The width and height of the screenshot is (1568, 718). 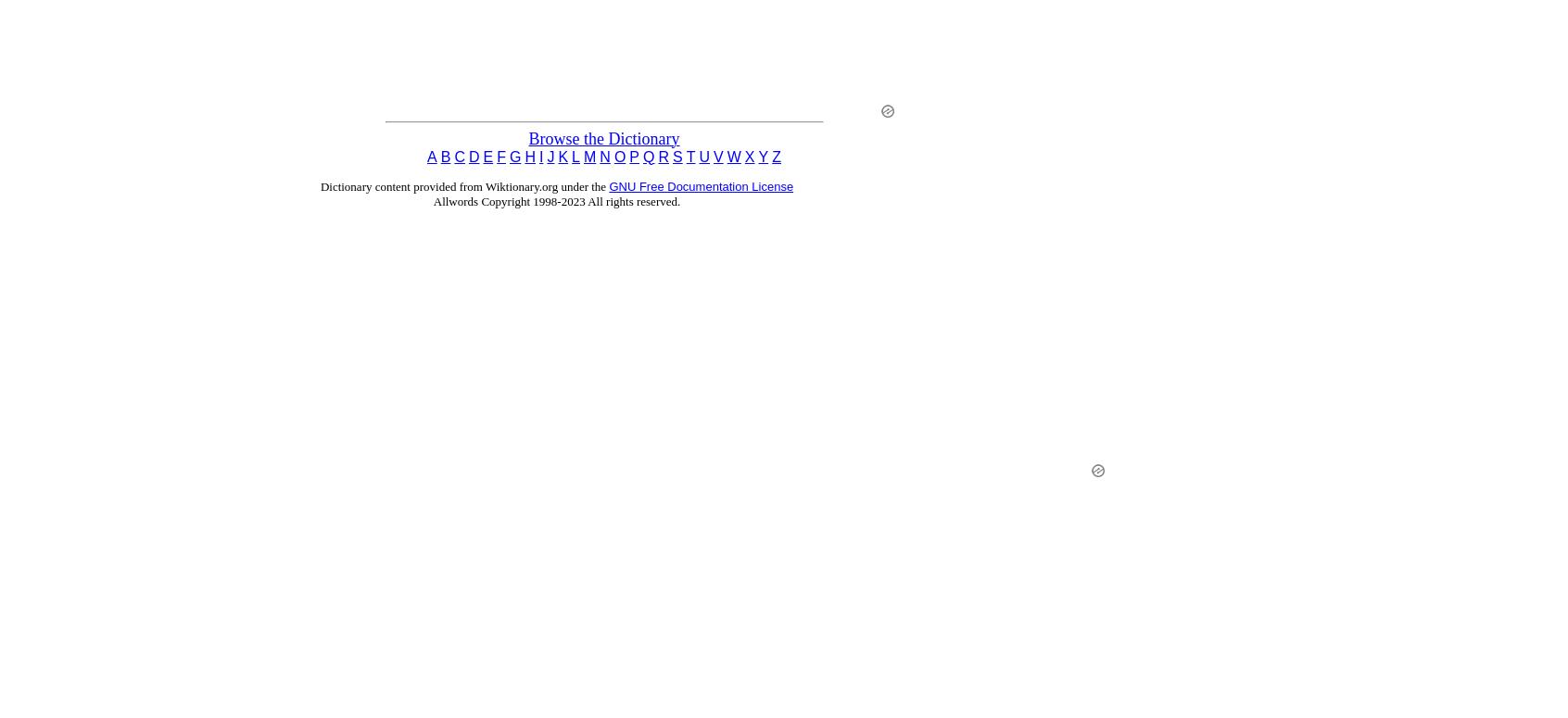 What do you see at coordinates (776, 155) in the screenshot?
I see `'Z'` at bounding box center [776, 155].